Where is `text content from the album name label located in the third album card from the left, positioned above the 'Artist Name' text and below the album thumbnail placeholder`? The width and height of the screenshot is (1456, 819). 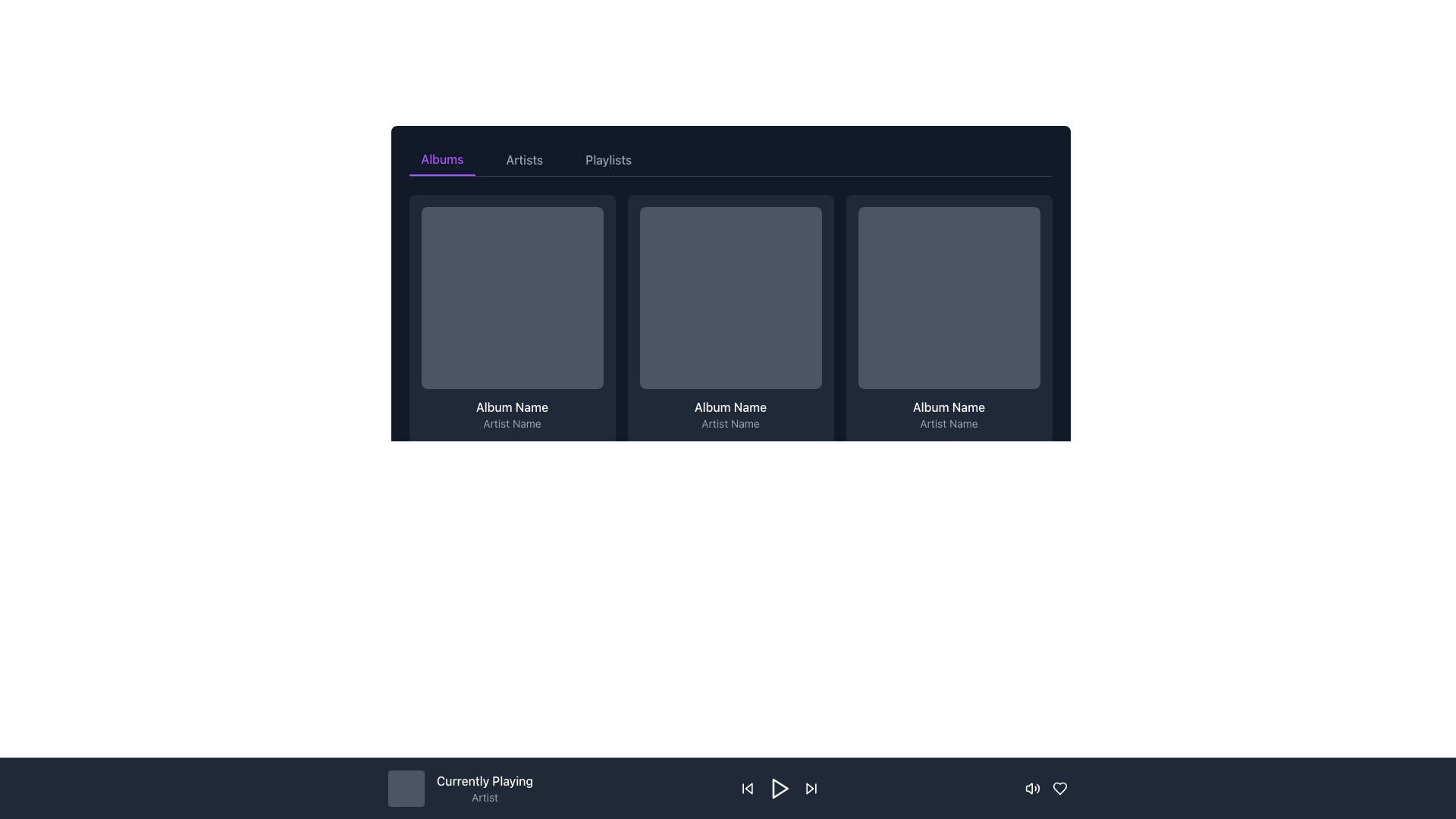 text content from the album name label located in the third album card from the left, positioned above the 'Artist Name' text and below the album thumbnail placeholder is located at coordinates (948, 406).